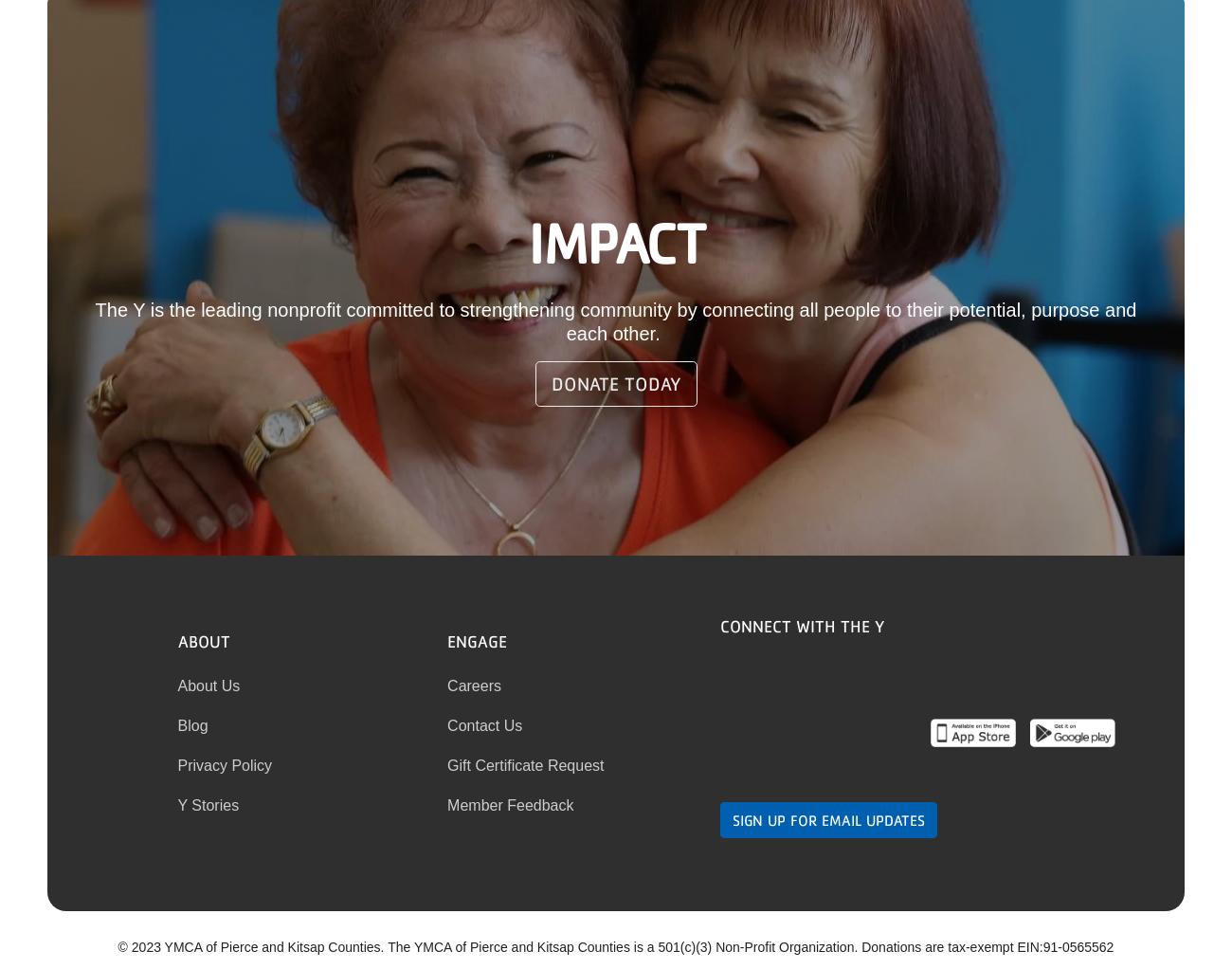  What do you see at coordinates (203, 639) in the screenshot?
I see `'About'` at bounding box center [203, 639].